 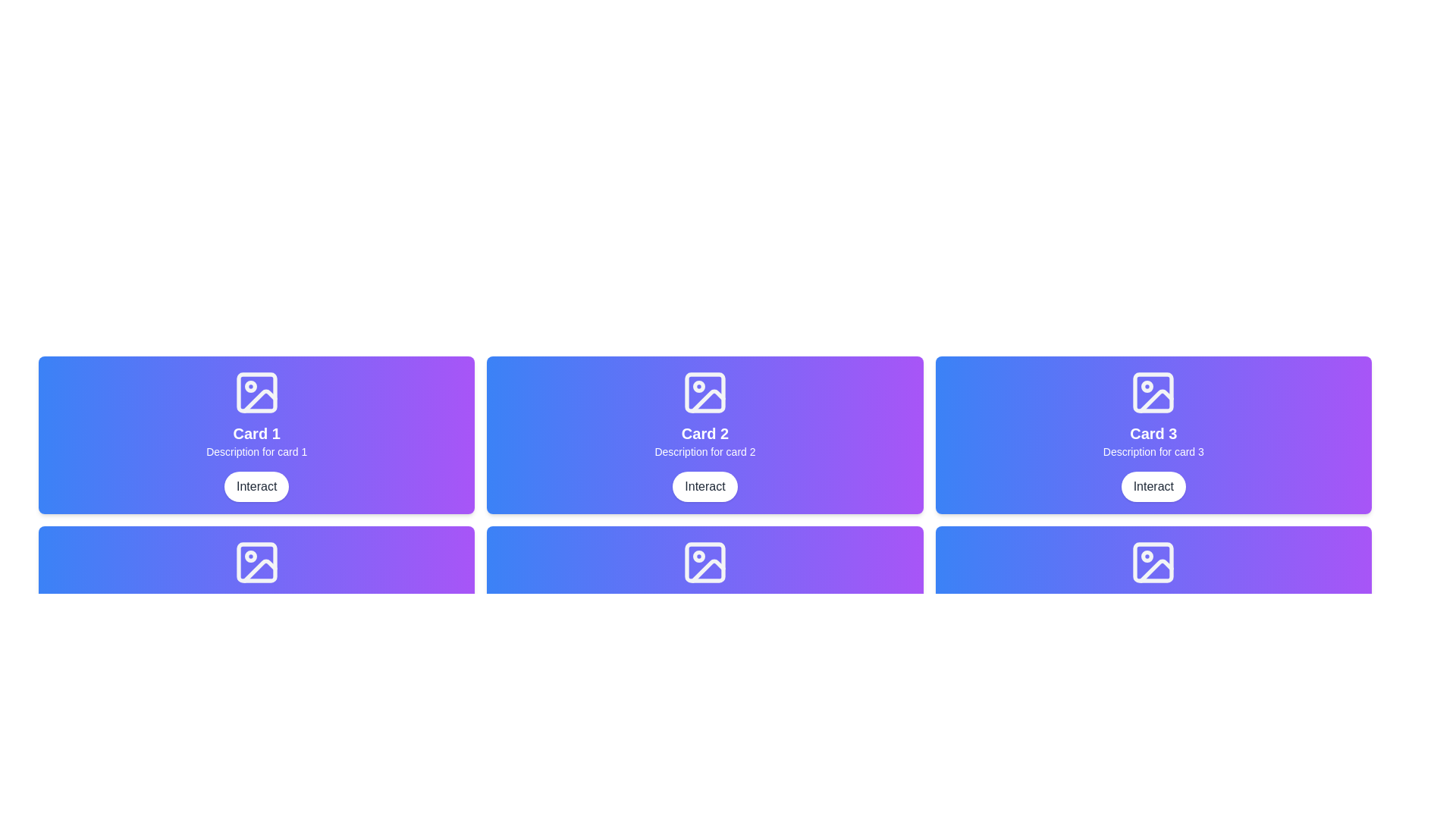 What do you see at coordinates (256, 433) in the screenshot?
I see `the text label displaying 'Card 1', which is styled in bold and large font, located at the top-center of the first card in a set of horizontally arranged cards` at bounding box center [256, 433].